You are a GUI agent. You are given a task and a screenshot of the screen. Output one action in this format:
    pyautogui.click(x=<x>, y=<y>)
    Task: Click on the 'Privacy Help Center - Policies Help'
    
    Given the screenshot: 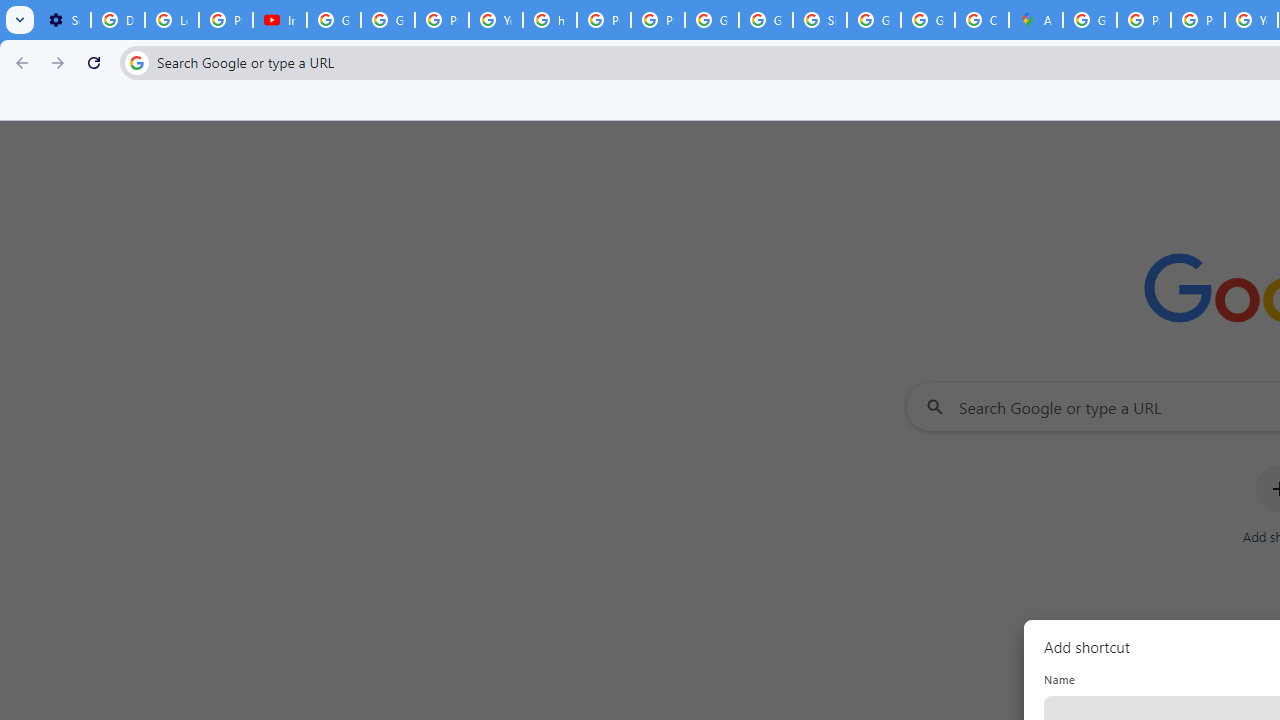 What is the action you would take?
    pyautogui.click(x=1198, y=20)
    